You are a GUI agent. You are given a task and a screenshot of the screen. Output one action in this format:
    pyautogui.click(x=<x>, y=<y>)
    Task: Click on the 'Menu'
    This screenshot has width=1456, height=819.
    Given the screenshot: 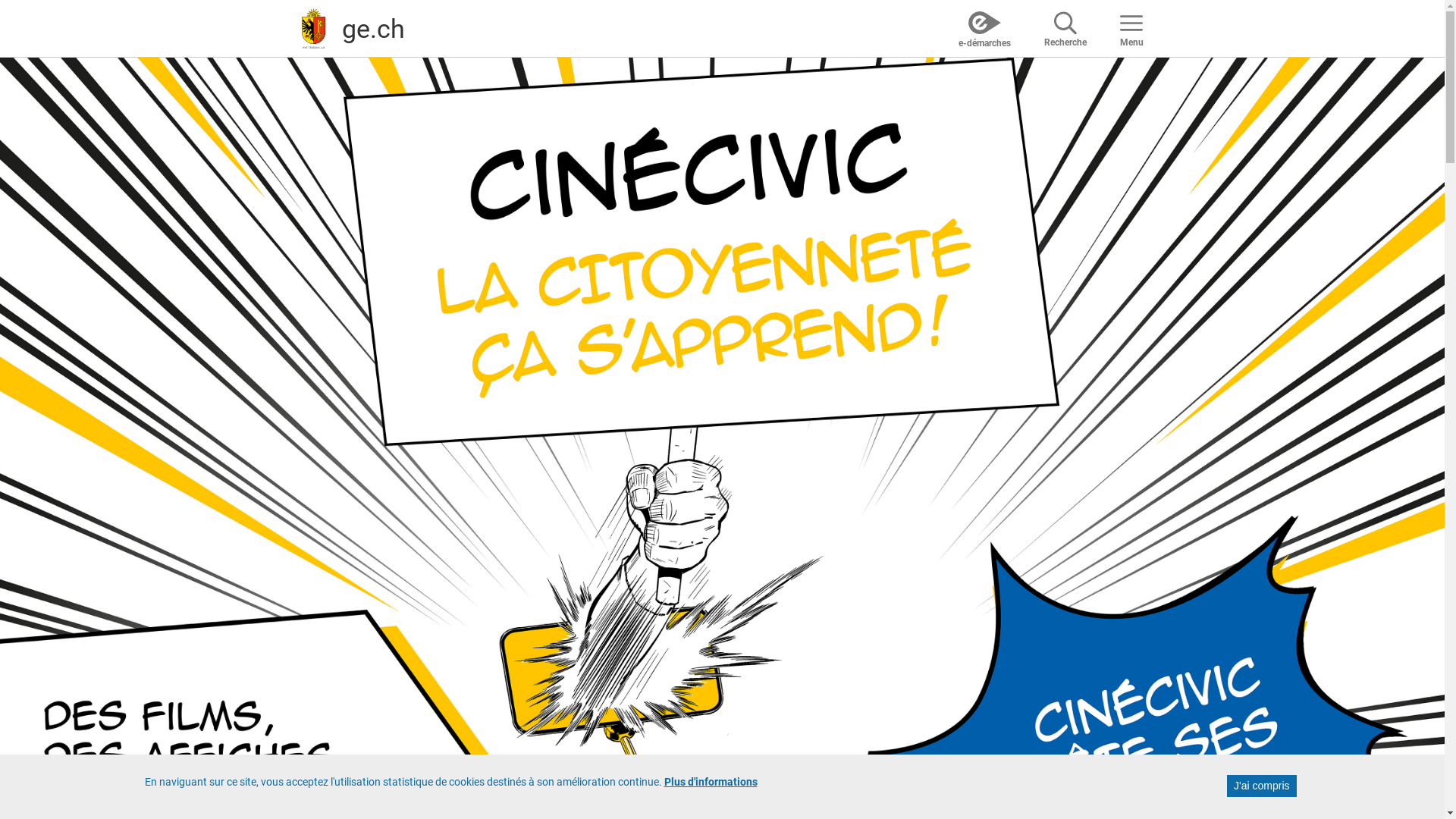 What is the action you would take?
    pyautogui.click(x=1131, y=28)
    